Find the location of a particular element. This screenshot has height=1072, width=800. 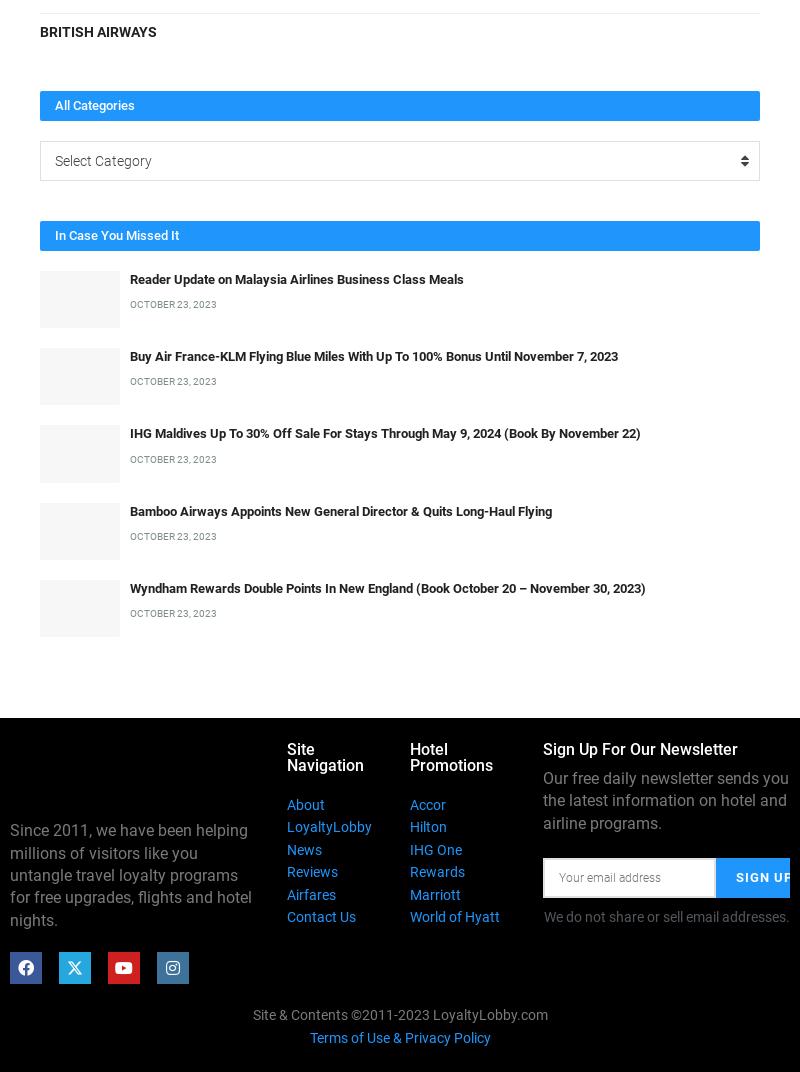

'Reviews' is located at coordinates (286, 870).